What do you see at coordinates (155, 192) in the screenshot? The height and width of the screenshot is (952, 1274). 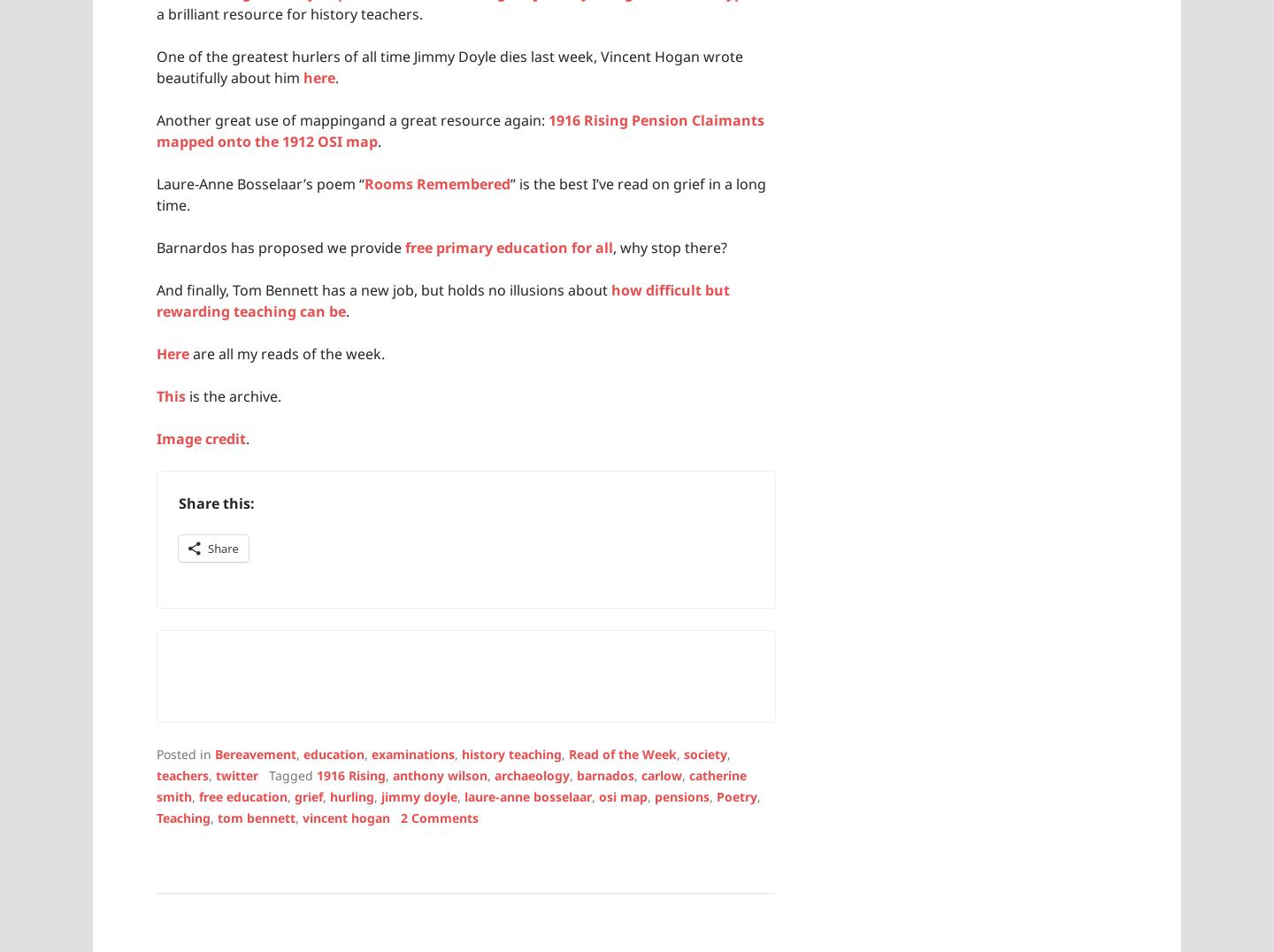 I see `'” is the best I’ve read on grief in a long time.'` at bounding box center [155, 192].